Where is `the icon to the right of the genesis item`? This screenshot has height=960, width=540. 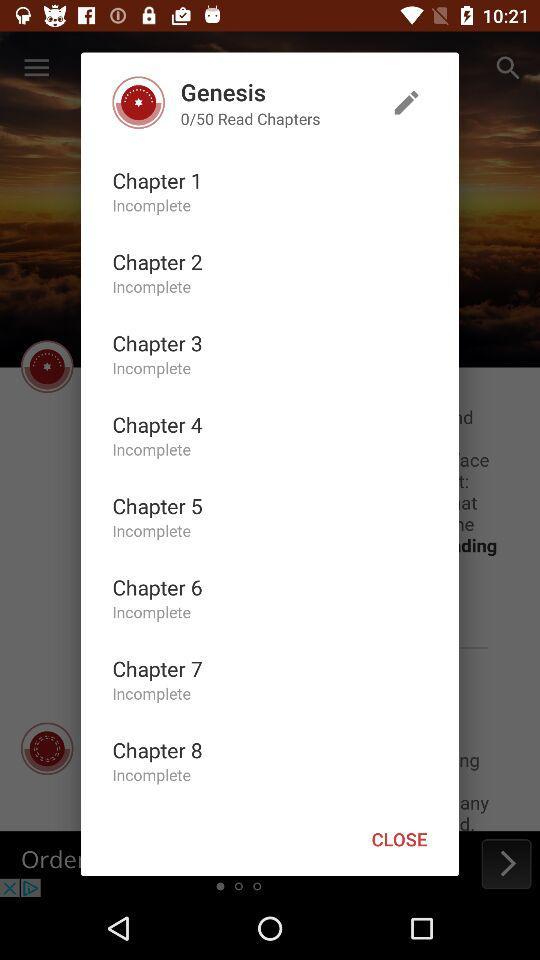
the icon to the right of the genesis item is located at coordinates (405, 102).